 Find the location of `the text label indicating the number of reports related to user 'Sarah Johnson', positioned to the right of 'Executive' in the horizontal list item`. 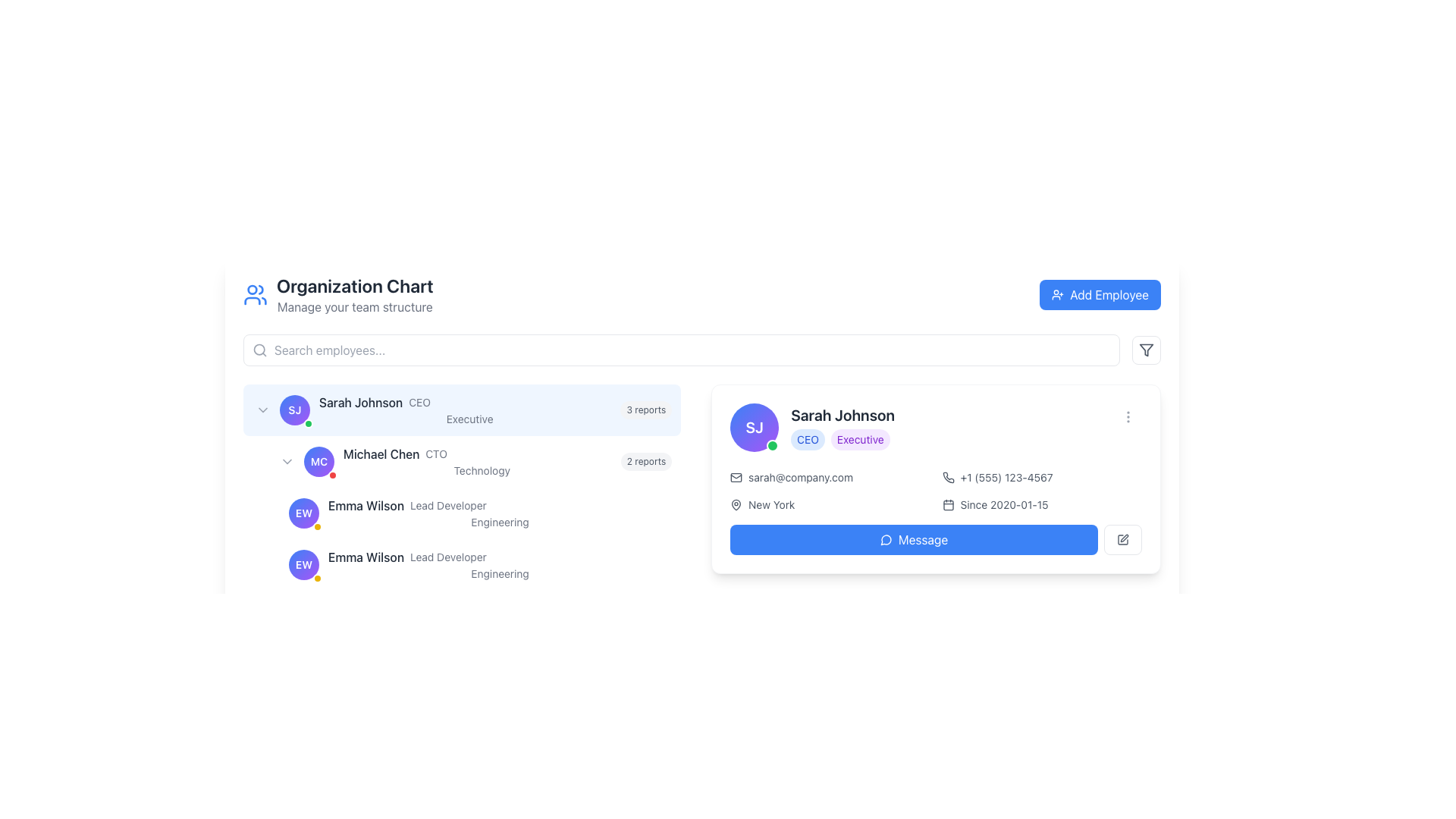

the text label indicating the number of reports related to user 'Sarah Johnson', positioned to the right of 'Executive' in the horizontal list item is located at coordinates (646, 409).